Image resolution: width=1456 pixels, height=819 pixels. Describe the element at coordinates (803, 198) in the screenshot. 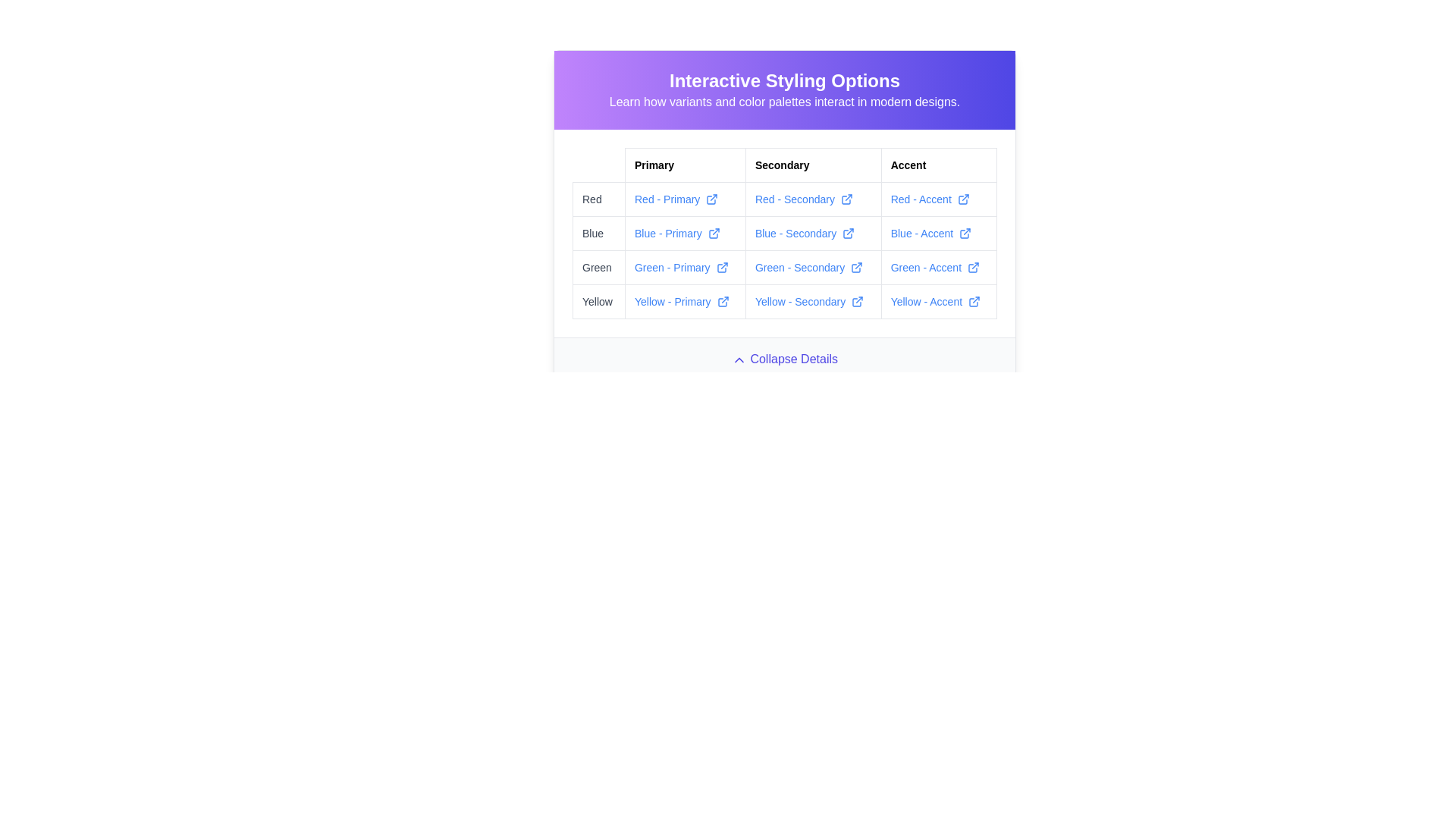

I see `the hyperlink labeled 'Red - Secondary' which is styled with blue text and an underline, located in the 'Secondary' column of the table` at that location.